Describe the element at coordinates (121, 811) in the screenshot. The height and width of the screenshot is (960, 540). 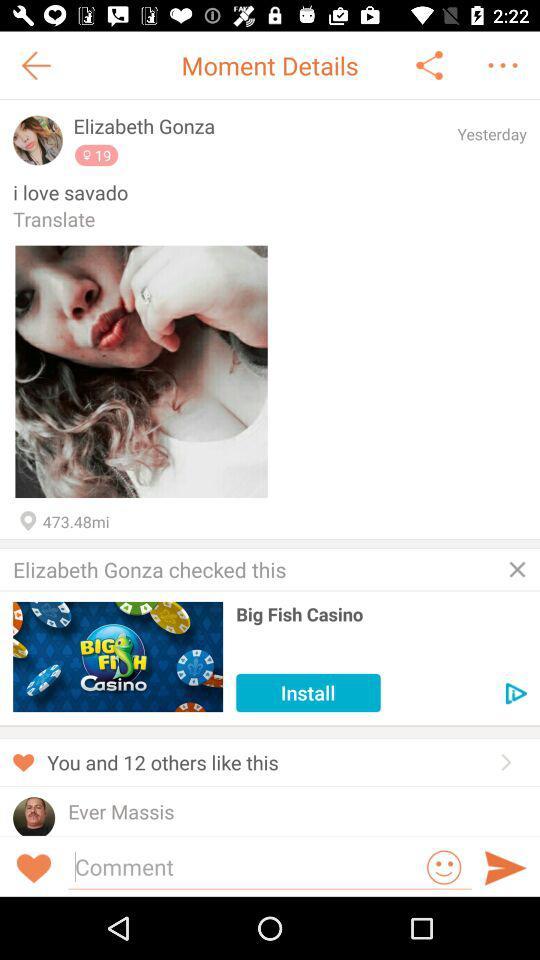
I see `the app above quelinda app` at that location.